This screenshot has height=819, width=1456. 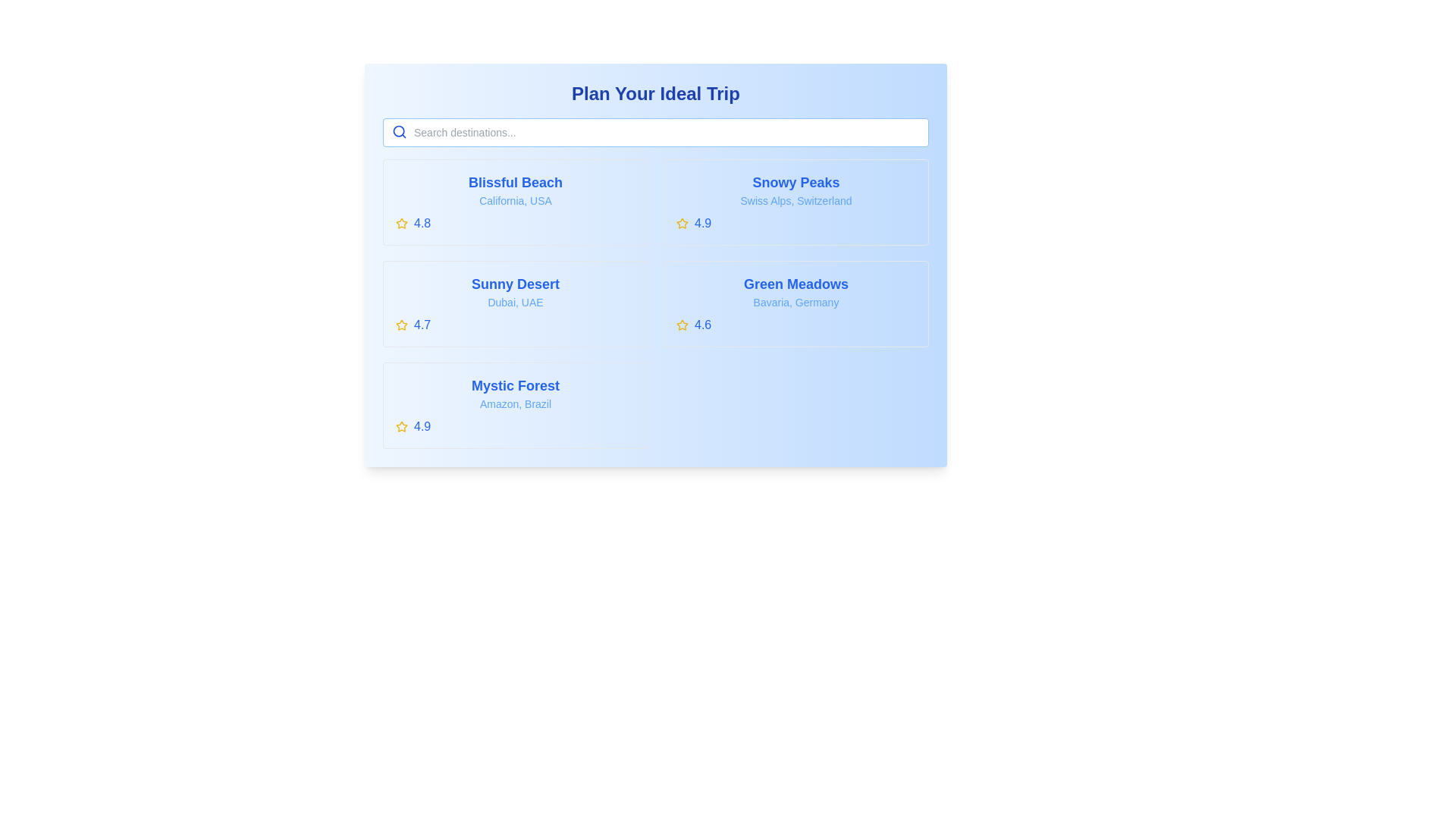 I want to click on the text label that reads 'Bavaria, Germany', which is styled in light blue and positioned below the title 'Green Meadows', so click(x=795, y=302).